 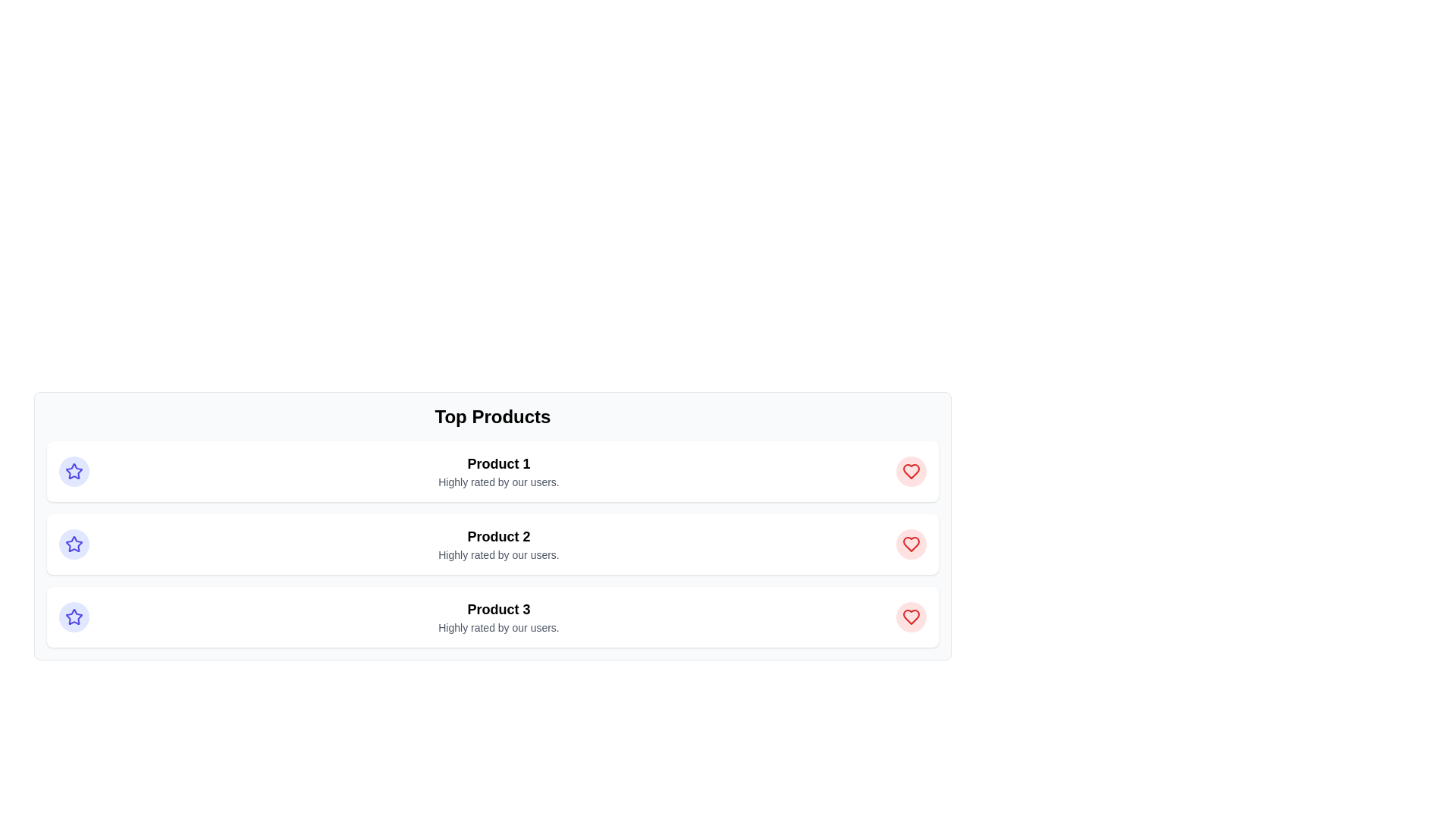 I want to click on the 'like' button for 'Product 2', located in the top-right corner of the second list item under the 'Top Products' section, so click(x=910, y=543).